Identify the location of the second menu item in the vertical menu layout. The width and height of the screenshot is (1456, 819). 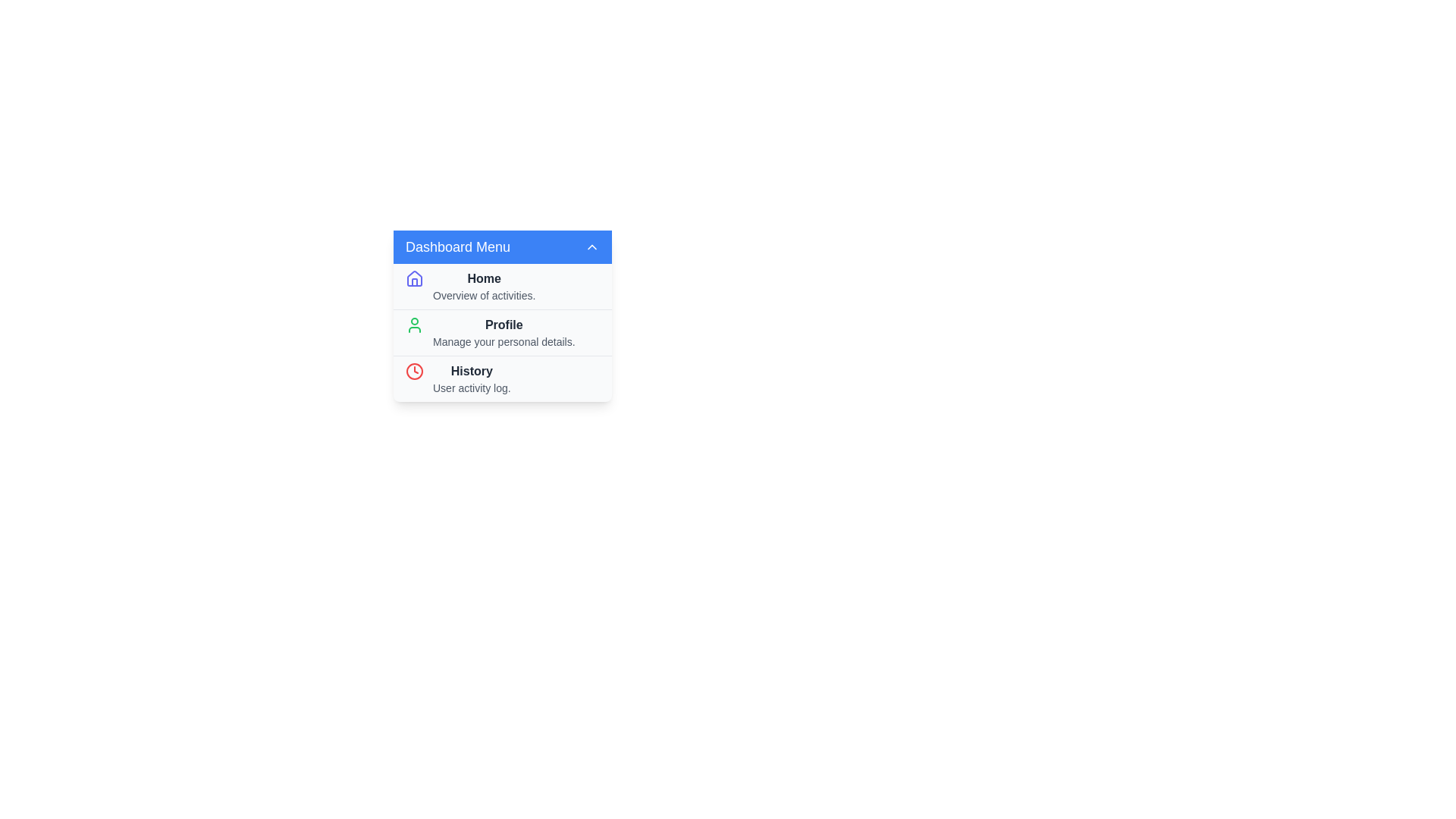
(502, 315).